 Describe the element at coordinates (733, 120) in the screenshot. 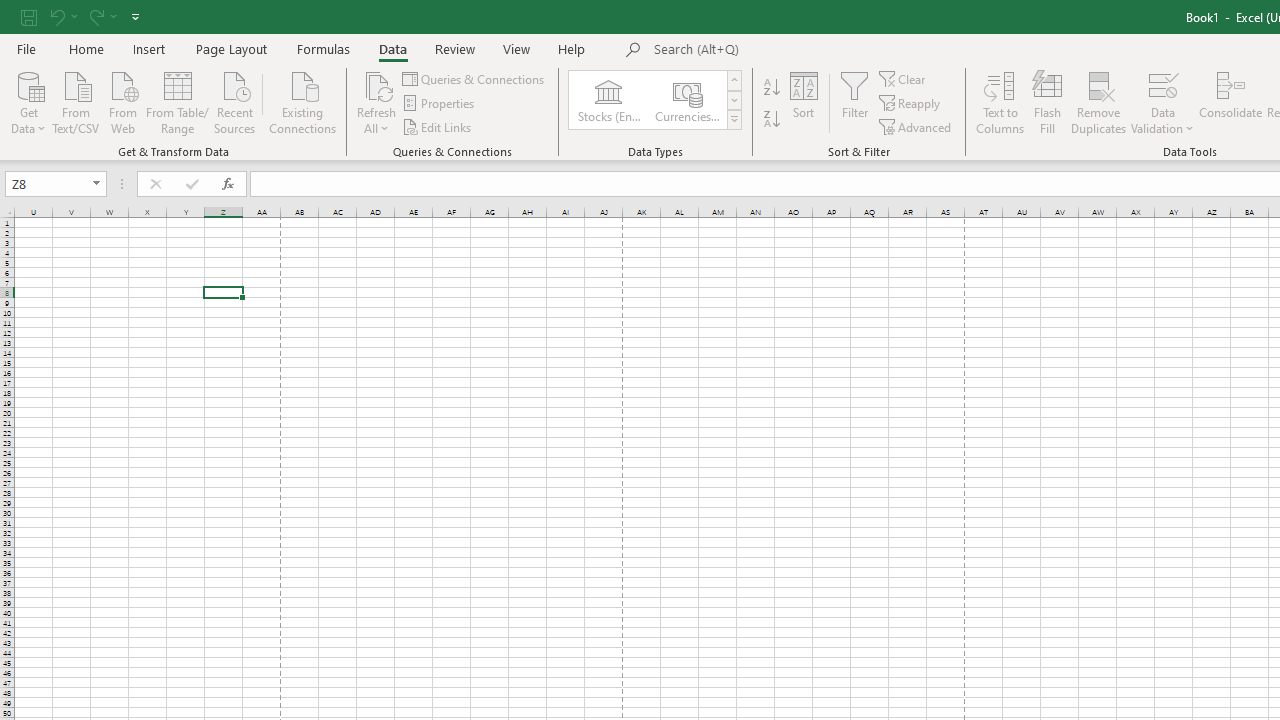

I see `'Data Types'` at that location.